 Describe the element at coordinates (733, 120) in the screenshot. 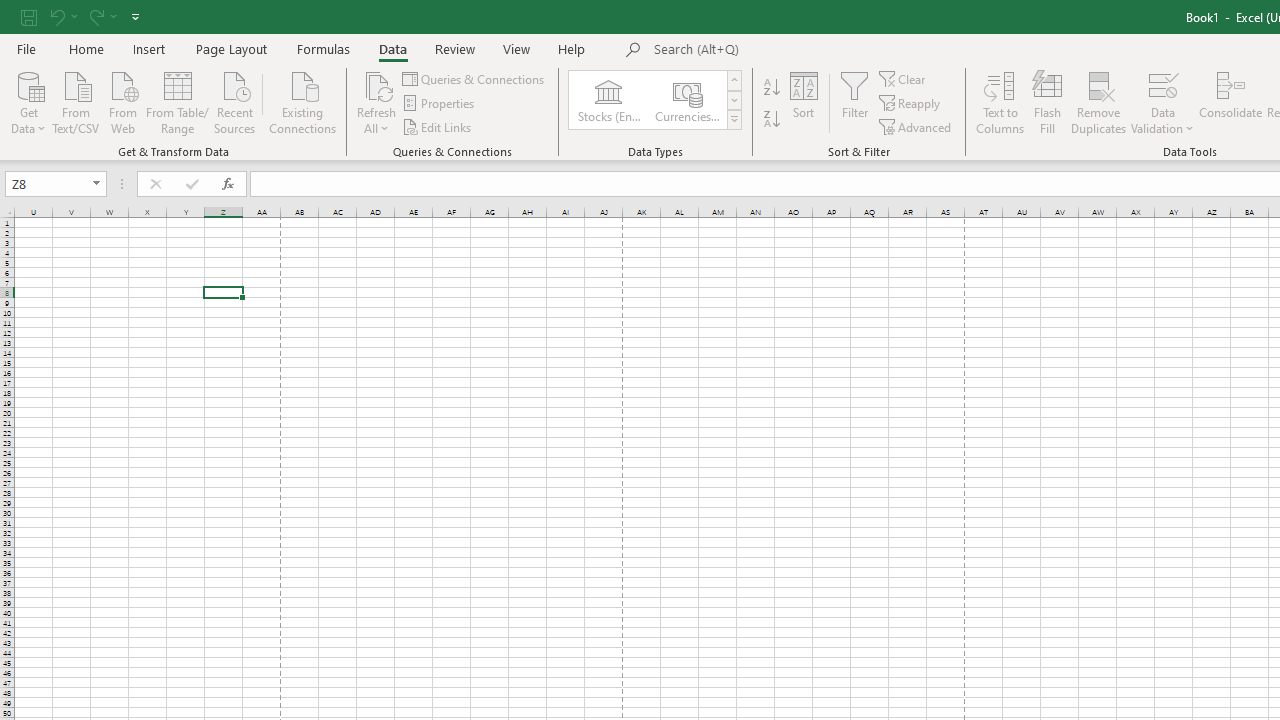

I see `'Data Types'` at that location.